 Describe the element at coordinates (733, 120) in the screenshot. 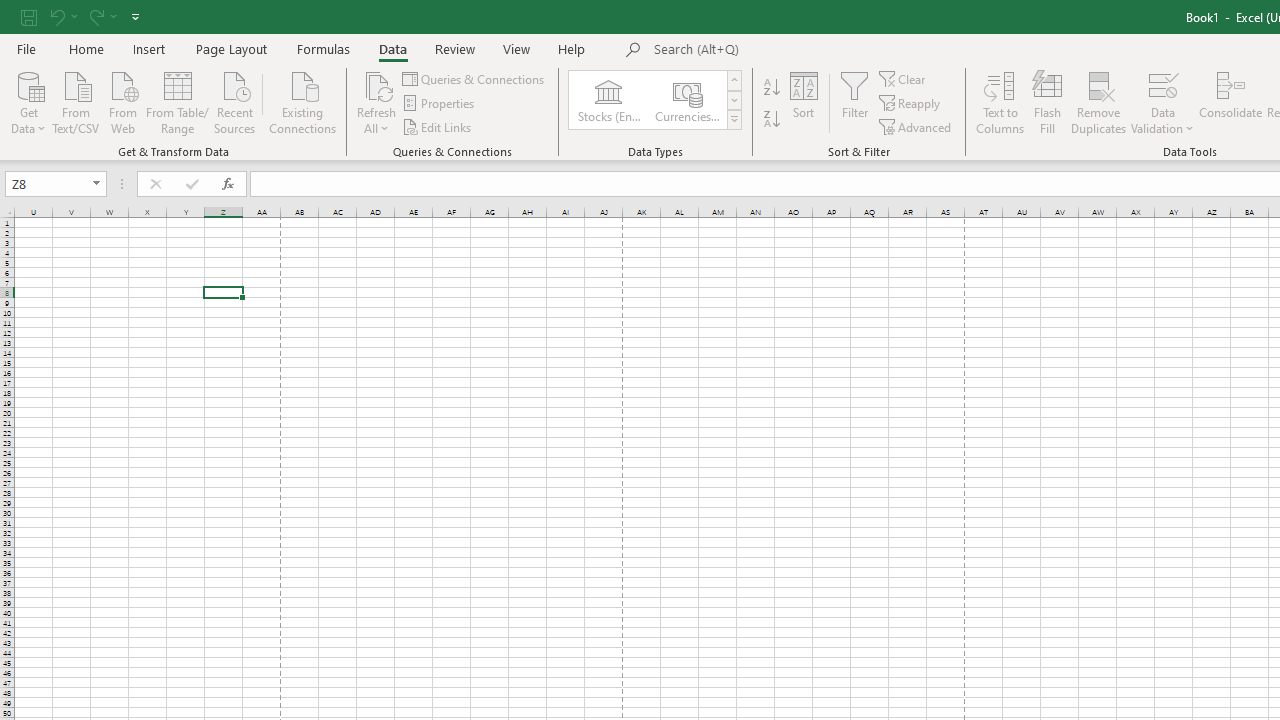

I see `'Data Types'` at that location.